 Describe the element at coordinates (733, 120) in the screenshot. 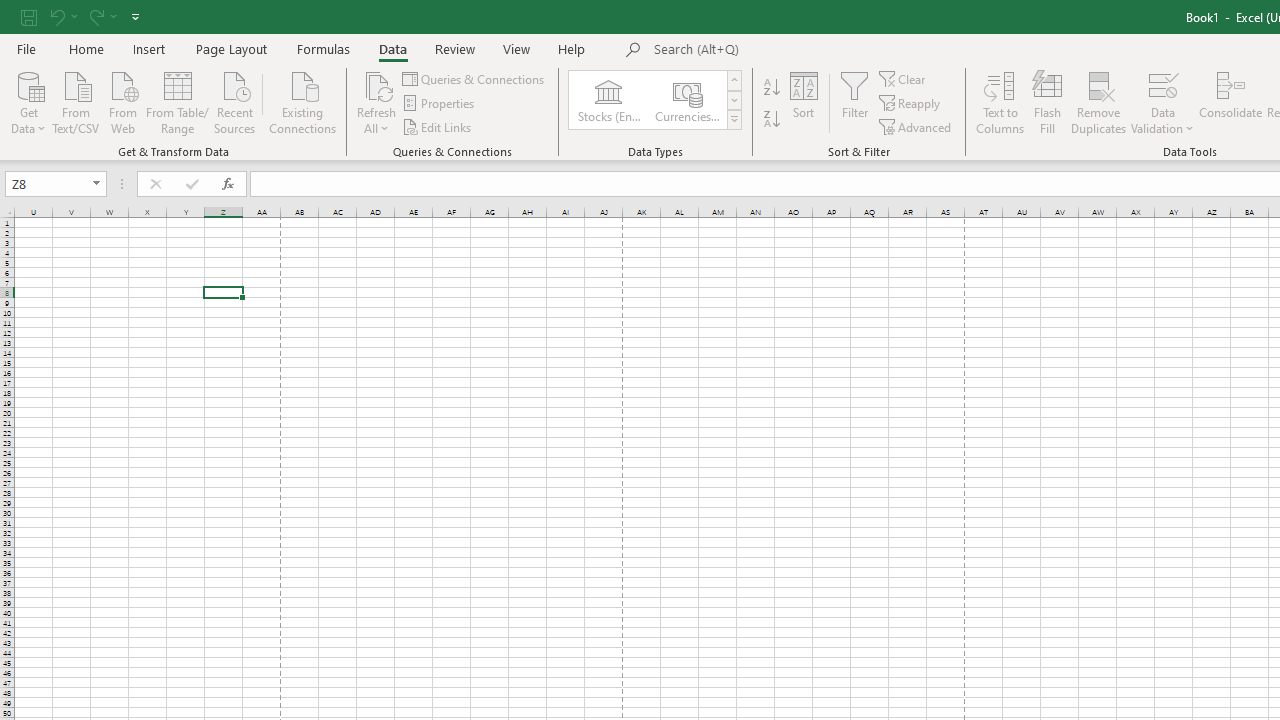

I see `'Data Types'` at that location.